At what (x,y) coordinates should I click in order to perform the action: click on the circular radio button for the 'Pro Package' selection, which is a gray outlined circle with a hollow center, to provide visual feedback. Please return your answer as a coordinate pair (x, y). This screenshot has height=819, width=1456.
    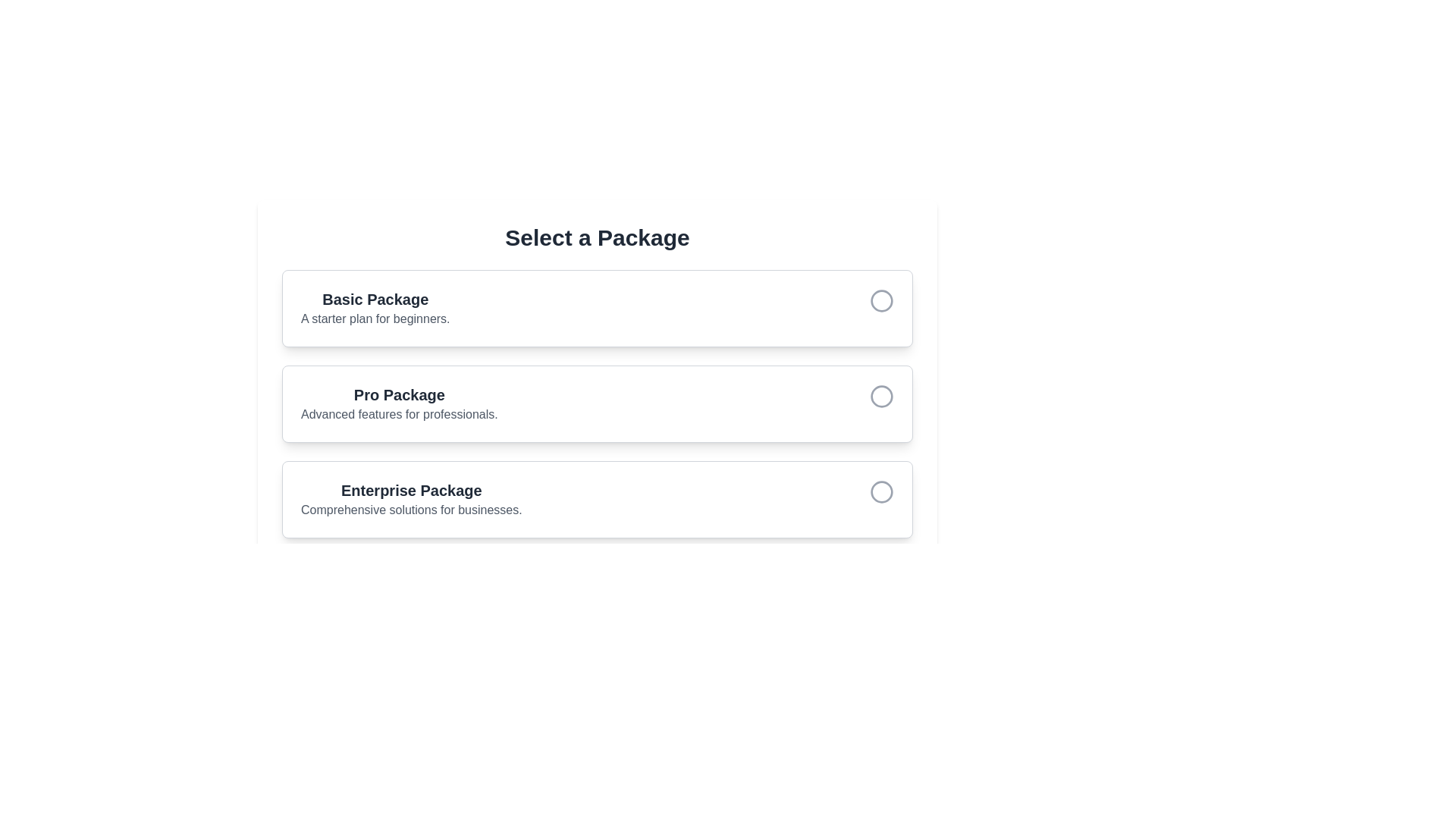
    Looking at the image, I should click on (881, 394).